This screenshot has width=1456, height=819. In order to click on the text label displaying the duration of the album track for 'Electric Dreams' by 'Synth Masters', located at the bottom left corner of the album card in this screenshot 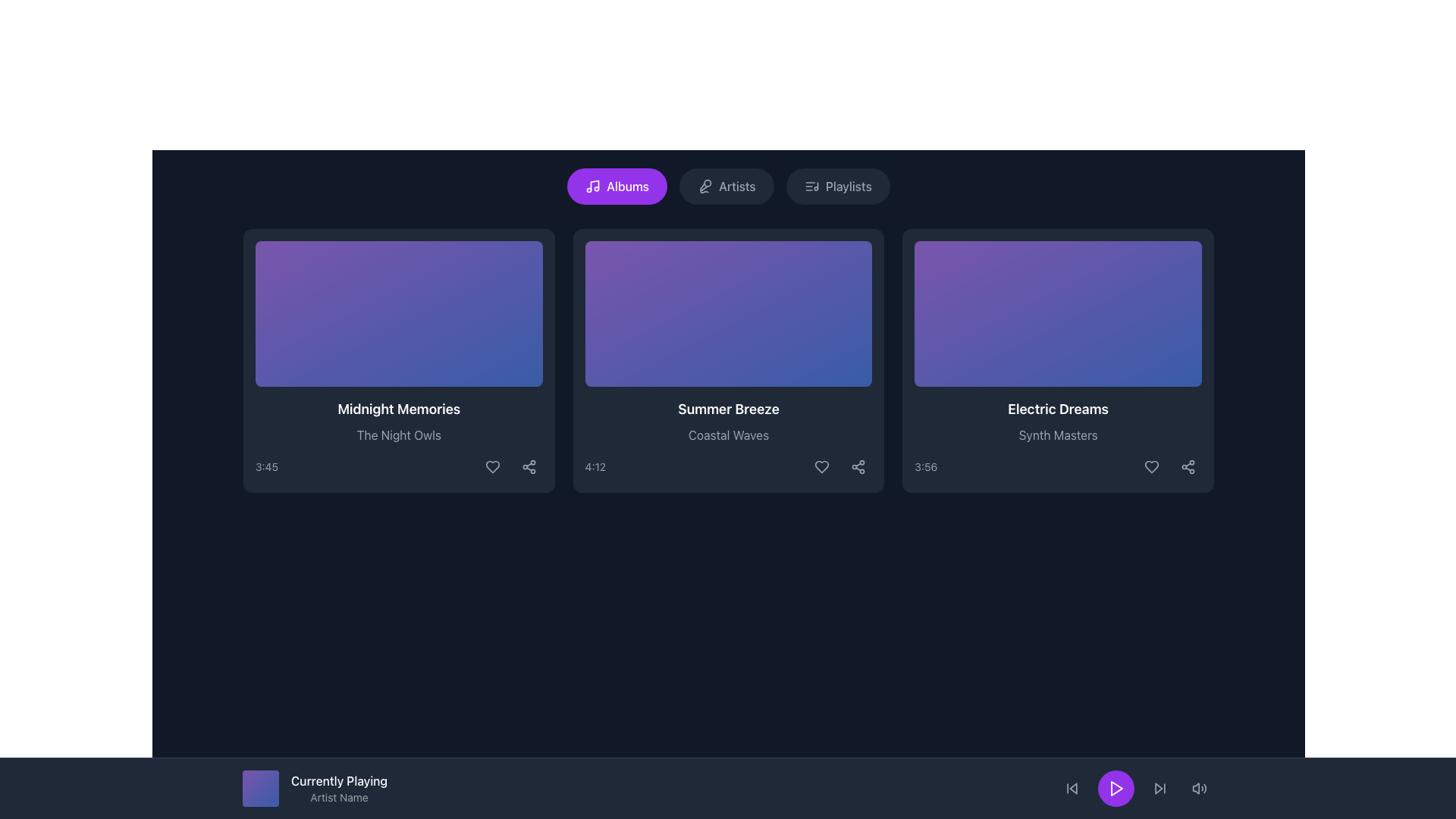, I will do `click(925, 466)`.